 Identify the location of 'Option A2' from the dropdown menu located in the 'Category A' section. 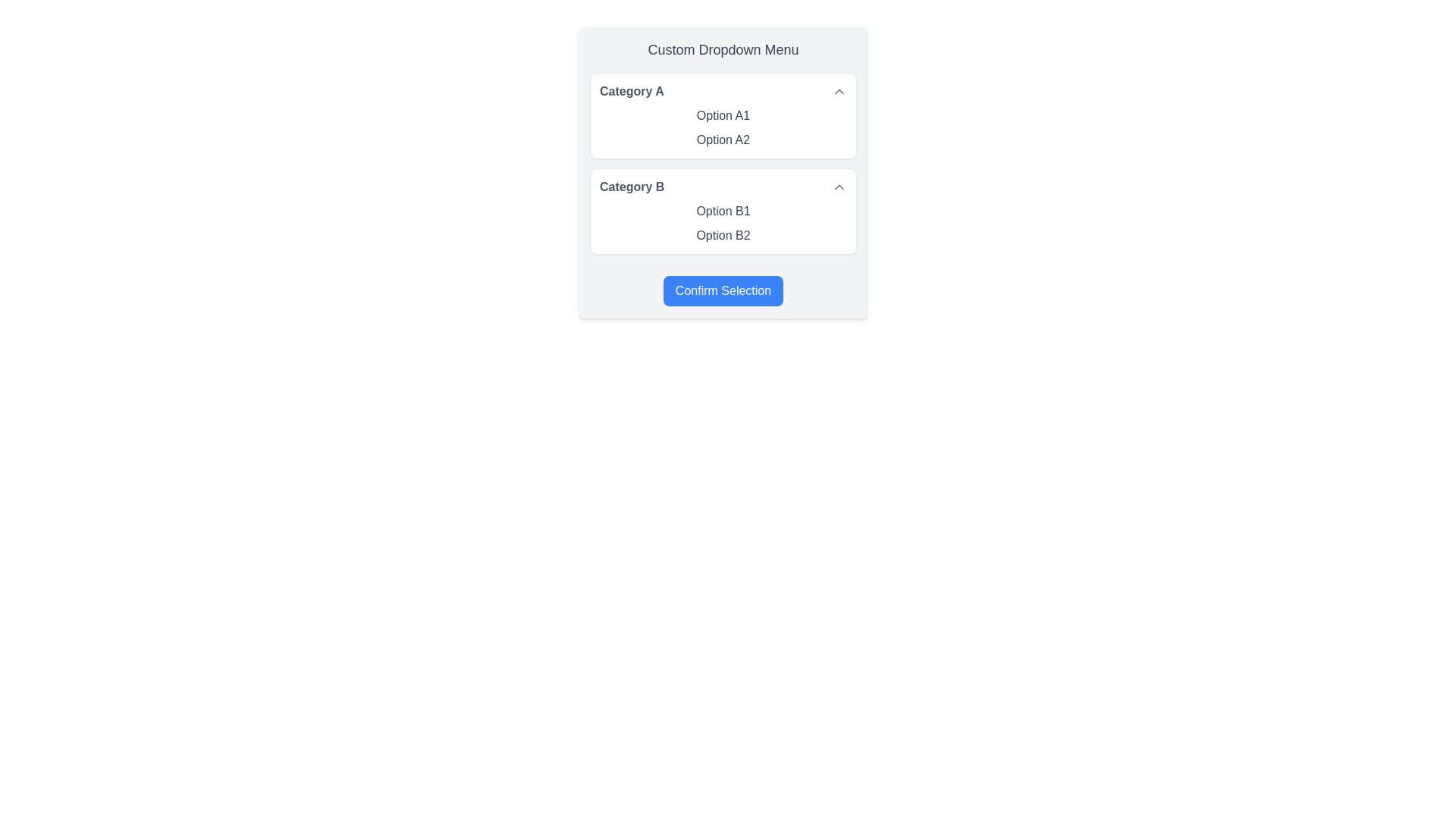
(723, 127).